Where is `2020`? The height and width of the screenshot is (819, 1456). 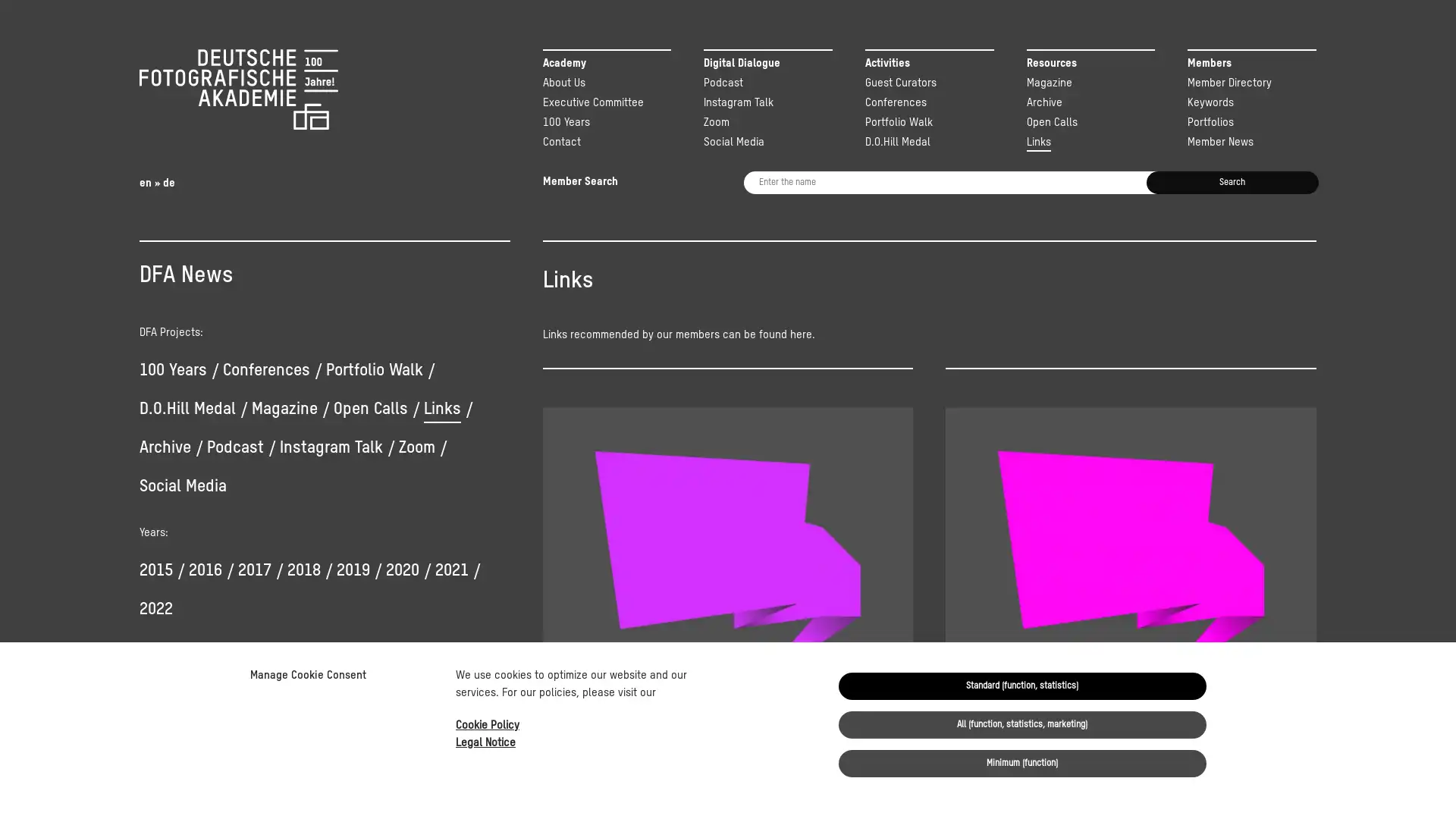
2020 is located at coordinates (403, 570).